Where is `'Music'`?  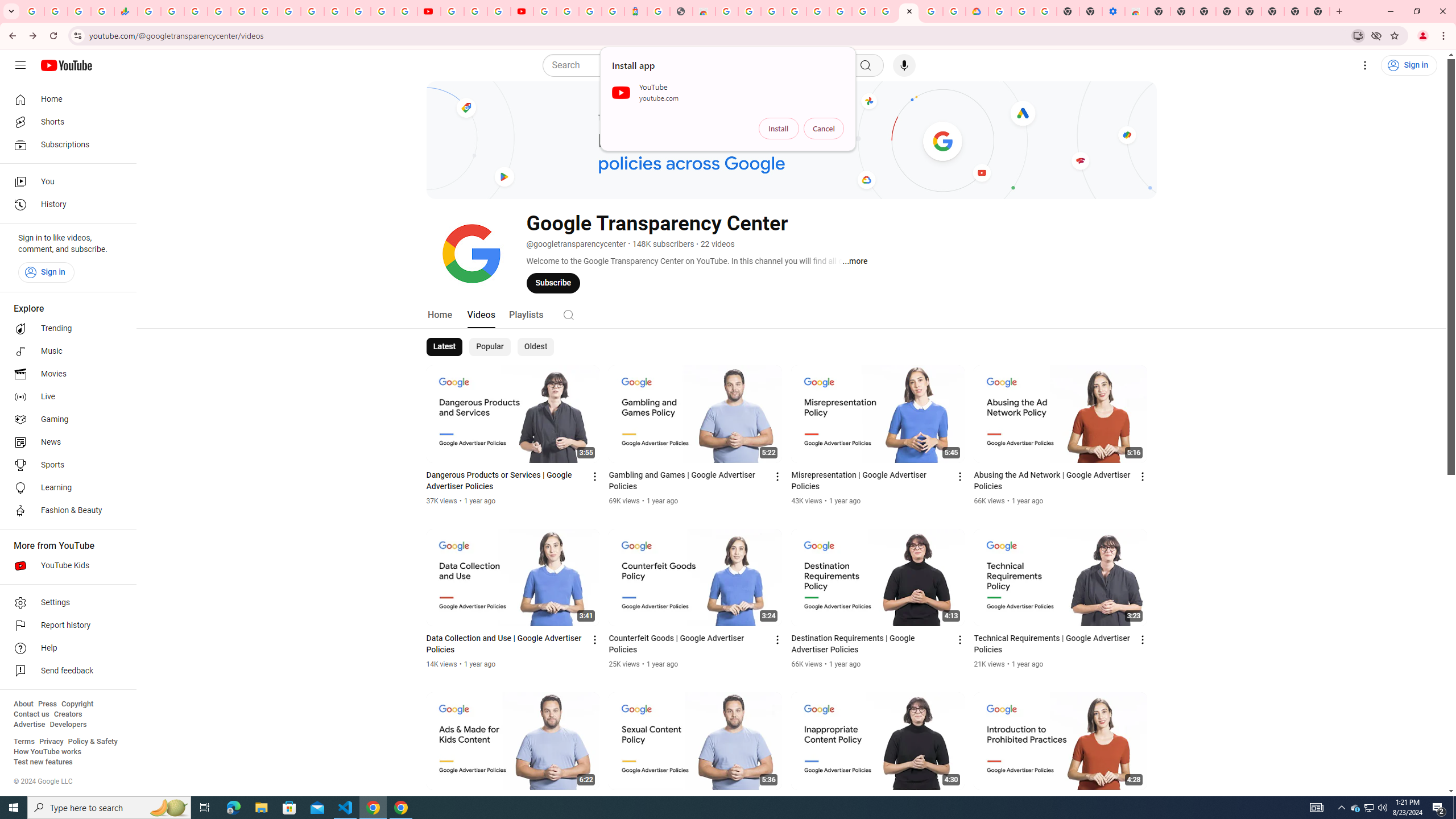
'Music' is located at coordinates (64, 350).